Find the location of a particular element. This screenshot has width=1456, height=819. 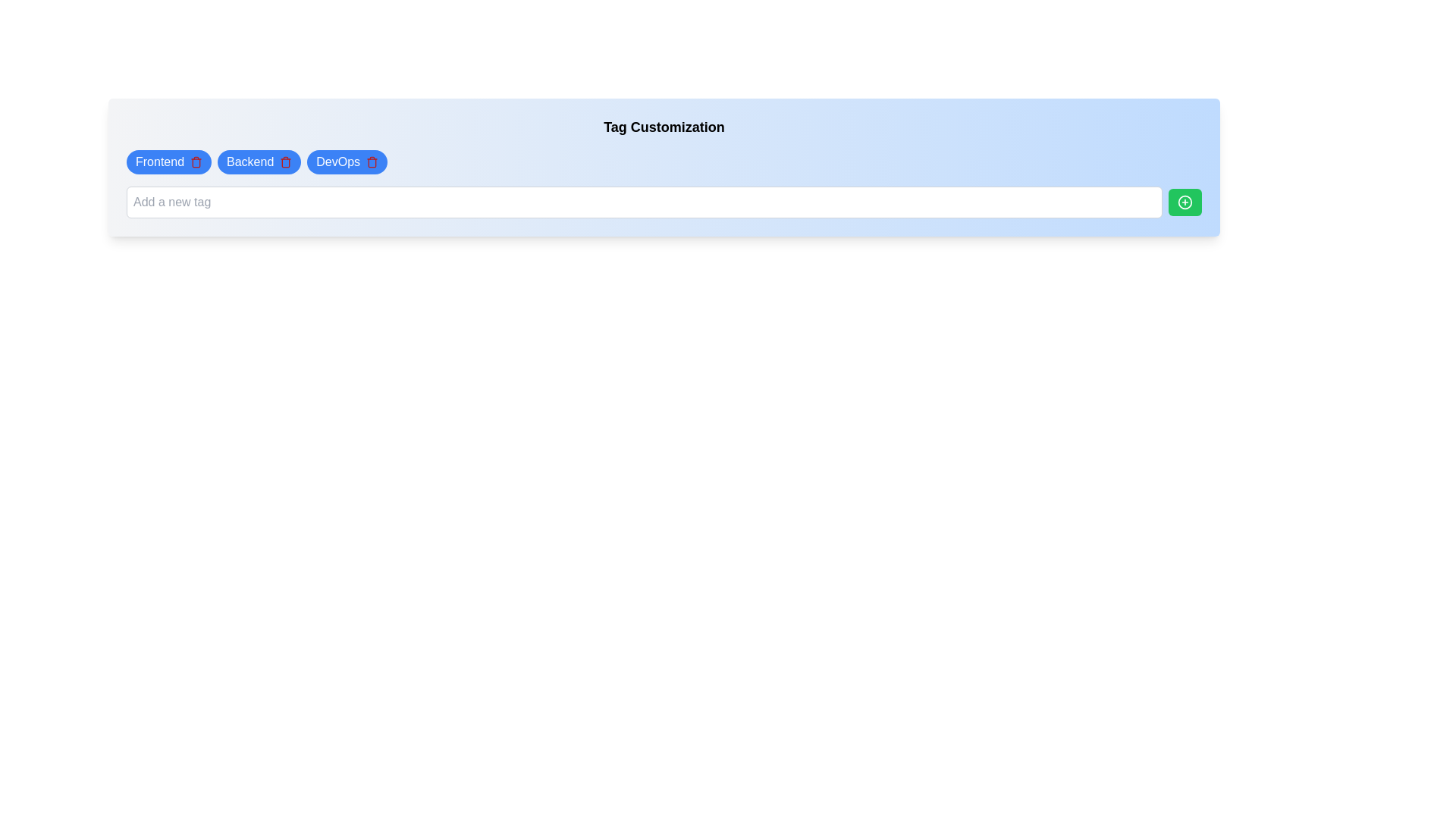

the trash icon is located at coordinates (259, 162).